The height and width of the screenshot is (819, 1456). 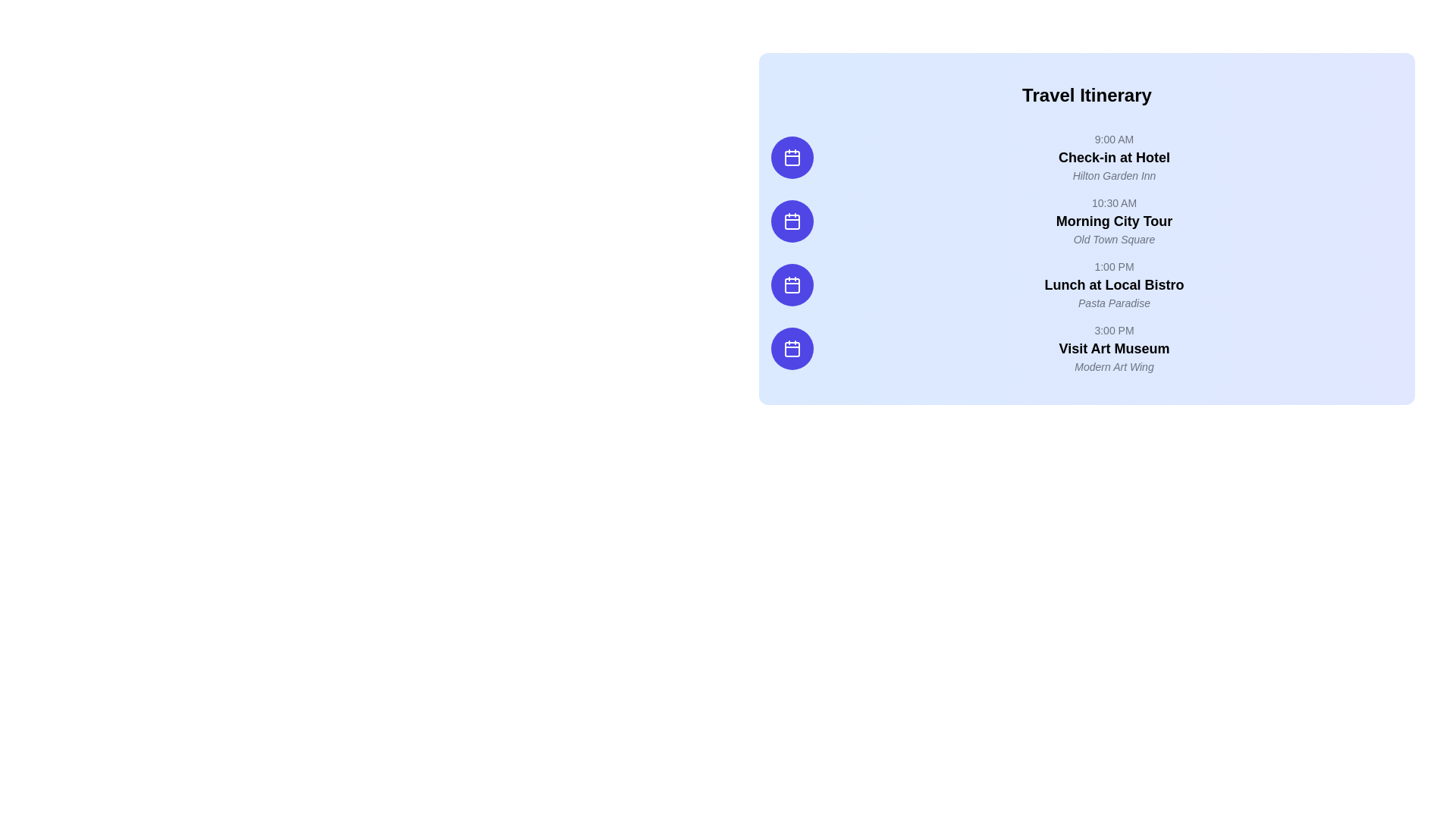 What do you see at coordinates (792, 284) in the screenshot?
I see `the third calendar icon on the left side of the panel to interact with the 'Lunch at Local Bistro' itinerary event` at bounding box center [792, 284].